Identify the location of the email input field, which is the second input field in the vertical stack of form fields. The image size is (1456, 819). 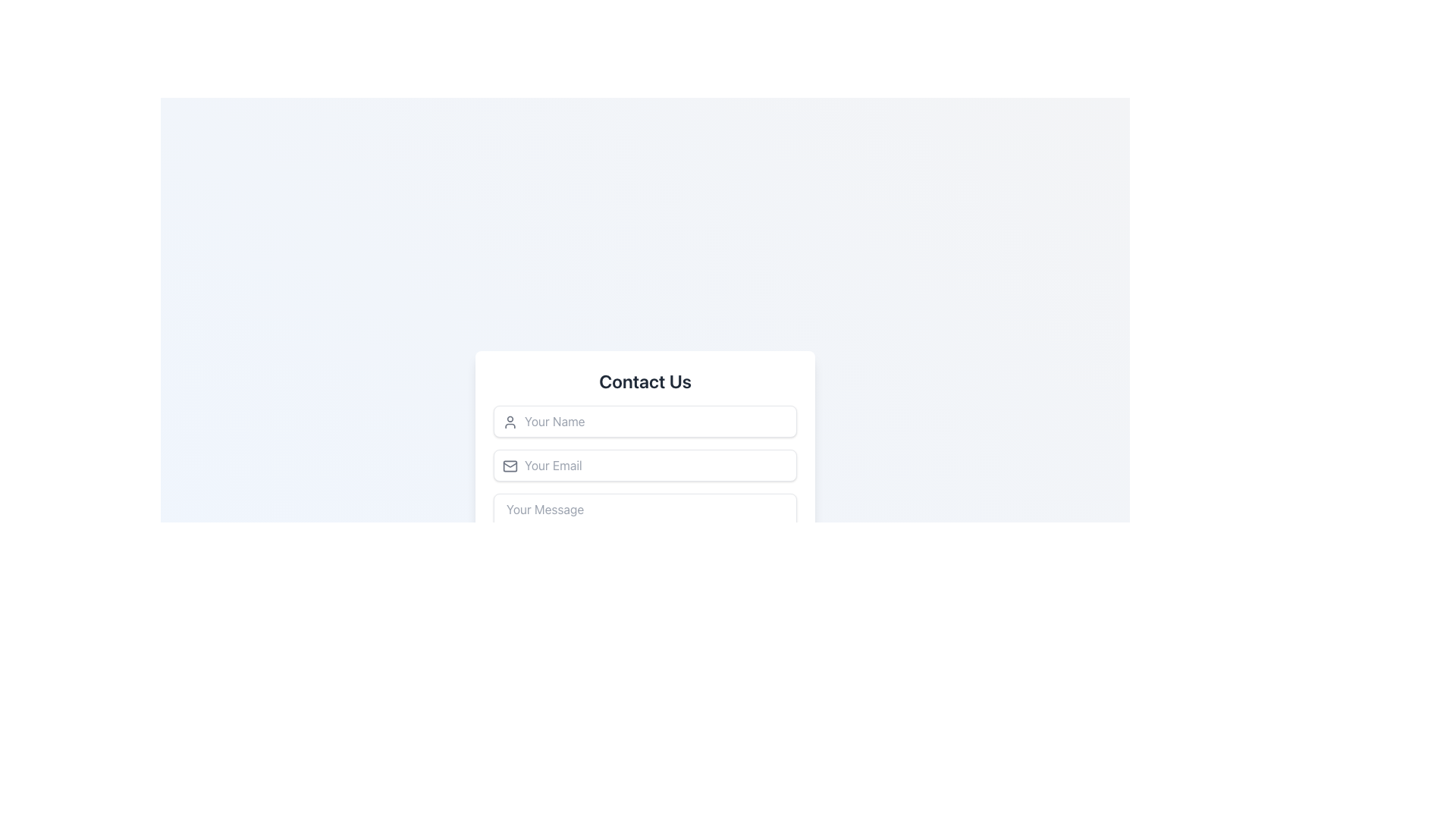
(645, 464).